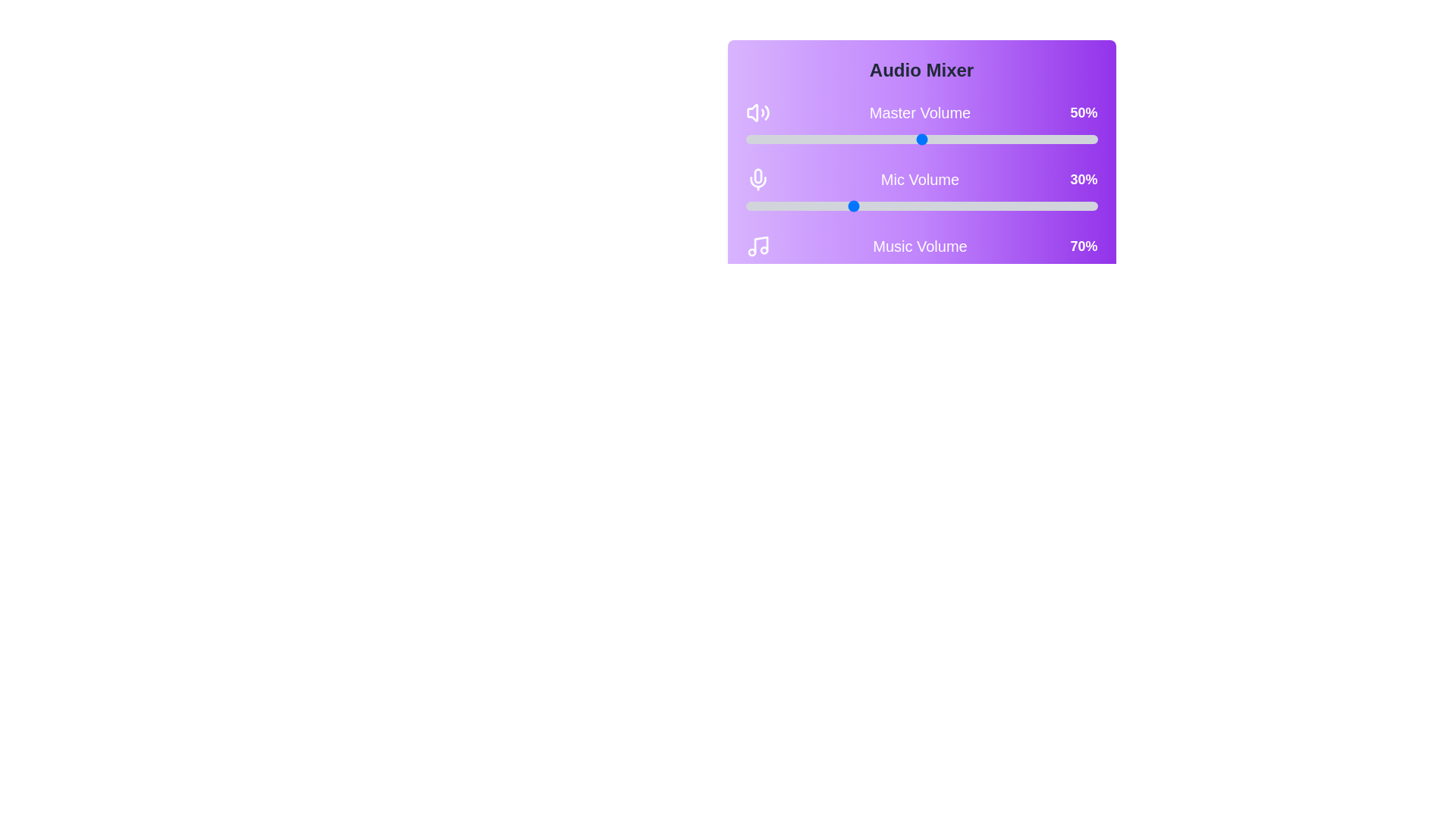  I want to click on the 'Master Volume' label and its current value '50%', so click(921, 112).